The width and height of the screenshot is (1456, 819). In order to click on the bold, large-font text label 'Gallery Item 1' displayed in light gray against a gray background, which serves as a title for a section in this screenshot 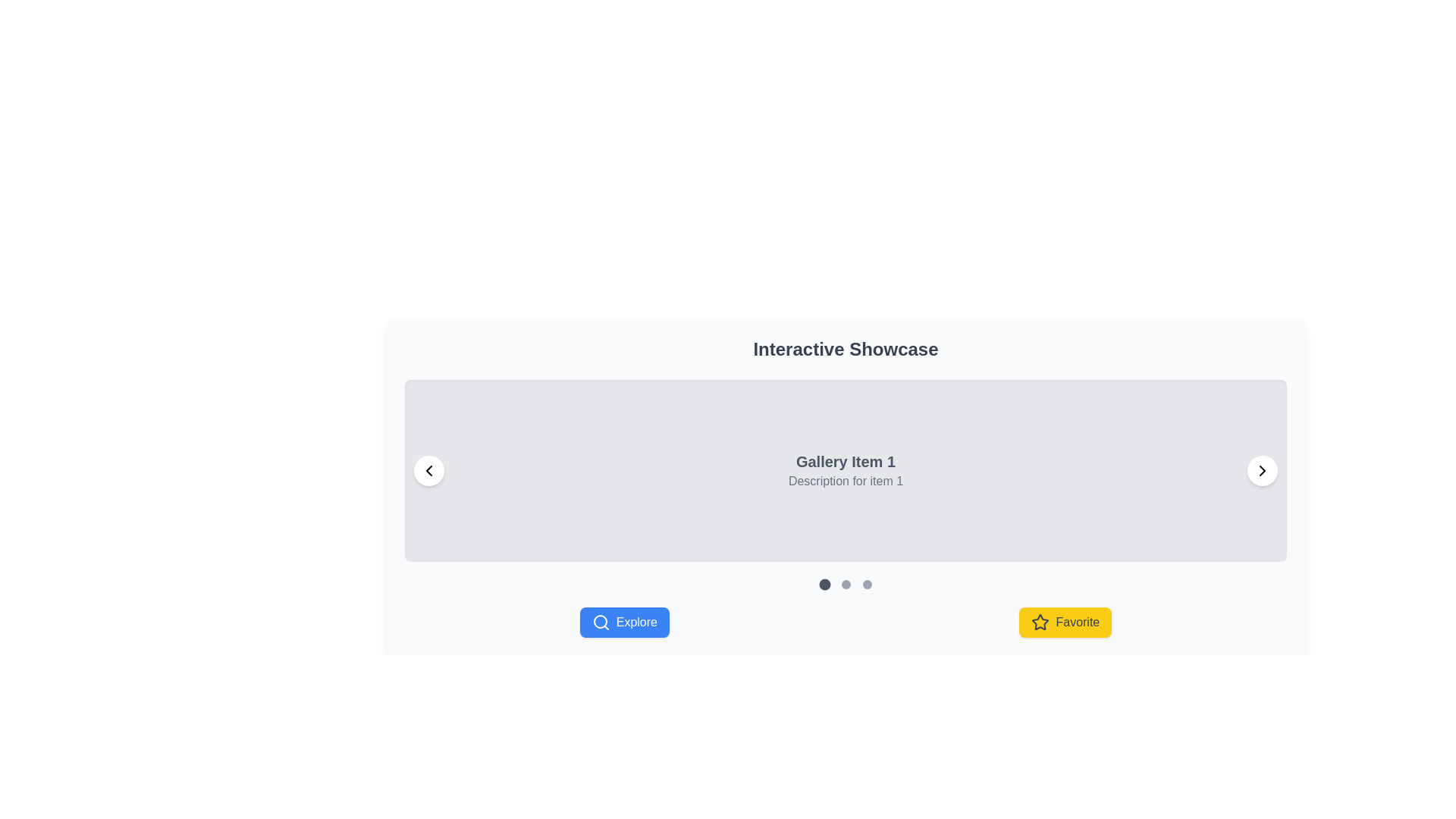, I will do `click(845, 461)`.